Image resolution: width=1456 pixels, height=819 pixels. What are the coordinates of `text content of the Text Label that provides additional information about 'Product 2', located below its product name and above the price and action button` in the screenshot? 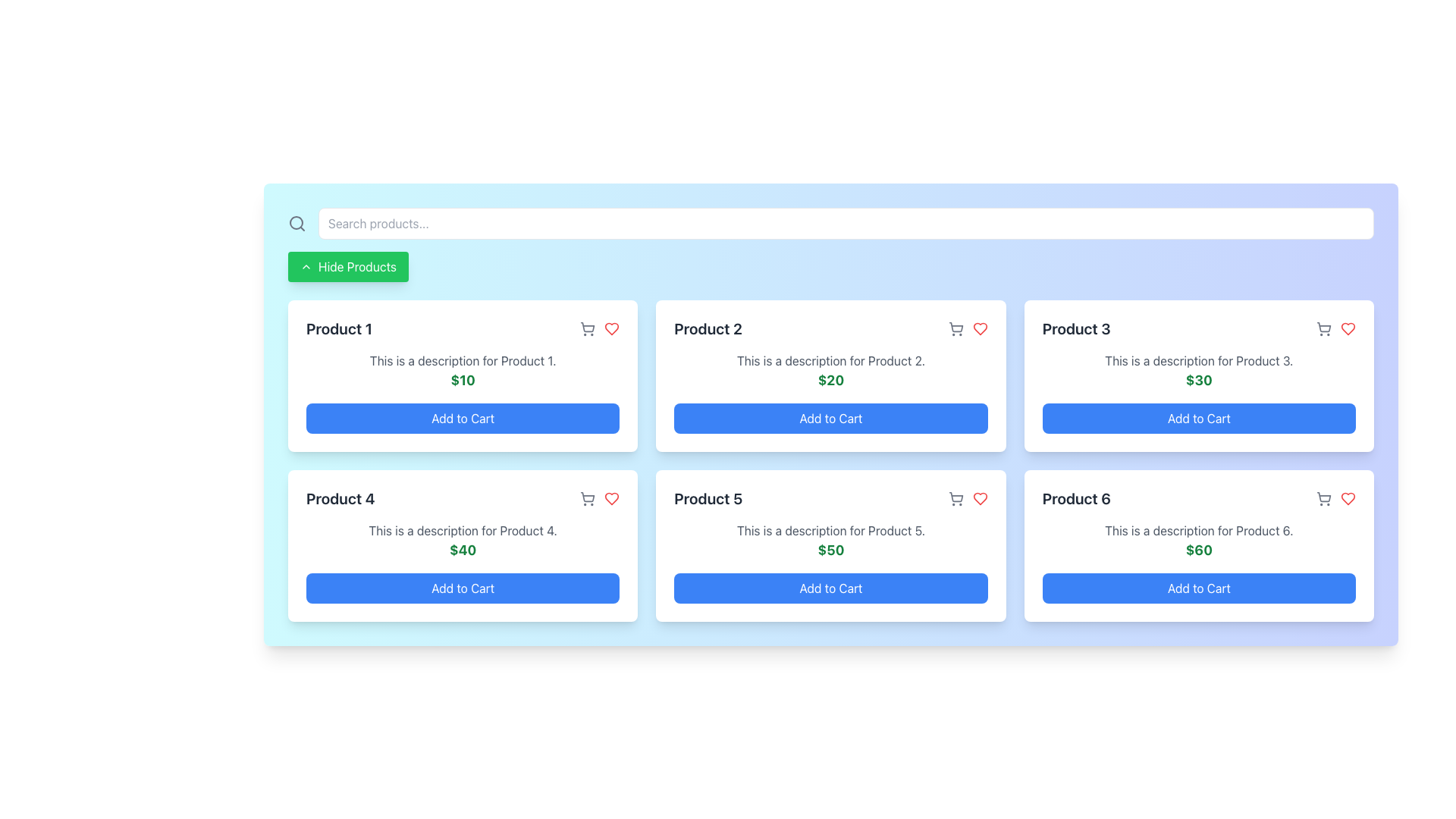 It's located at (830, 360).